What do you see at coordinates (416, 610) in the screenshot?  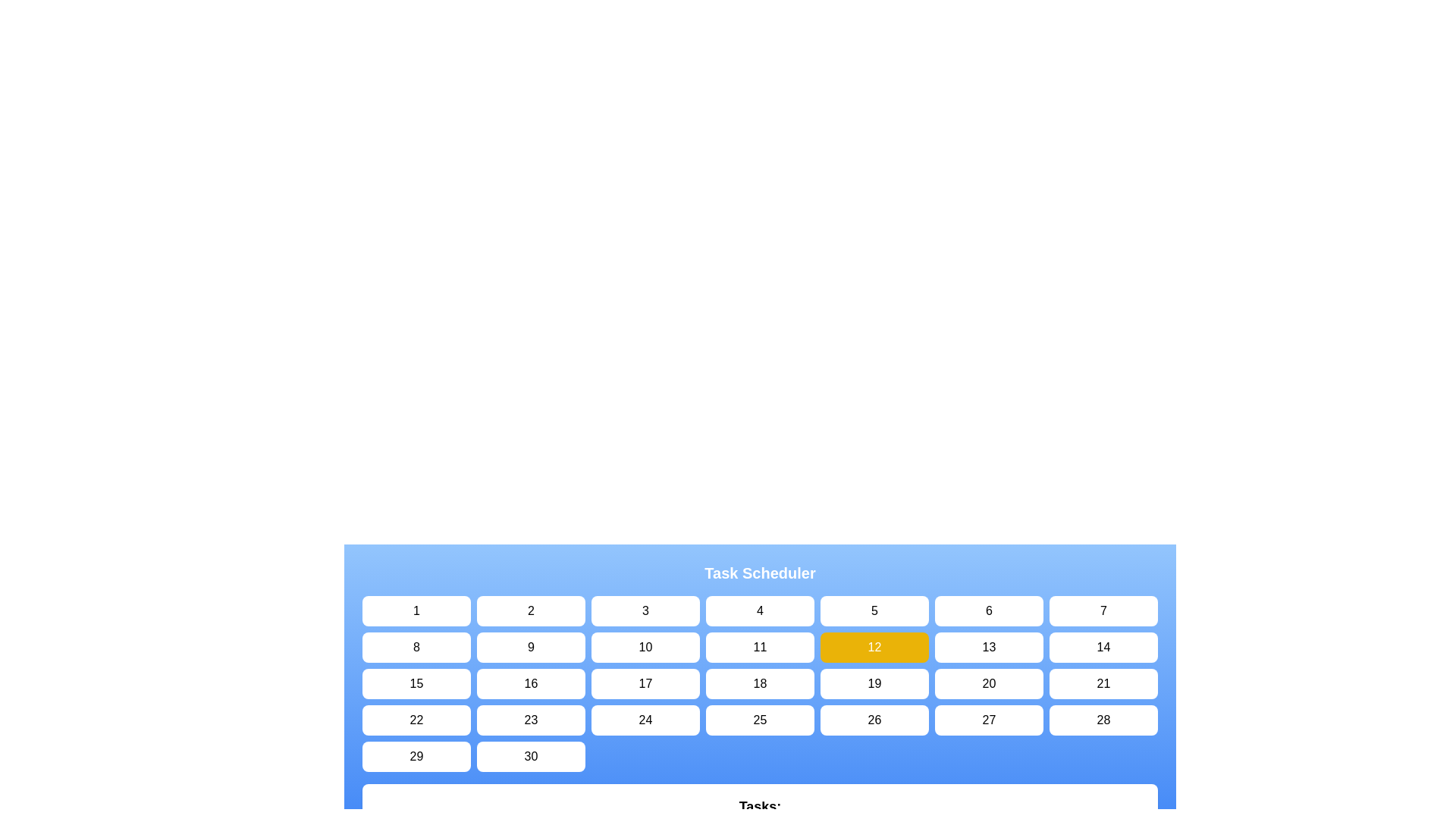 I see `the button displaying the digit '1' in a black font, located at the top-left corner of the grid` at bounding box center [416, 610].